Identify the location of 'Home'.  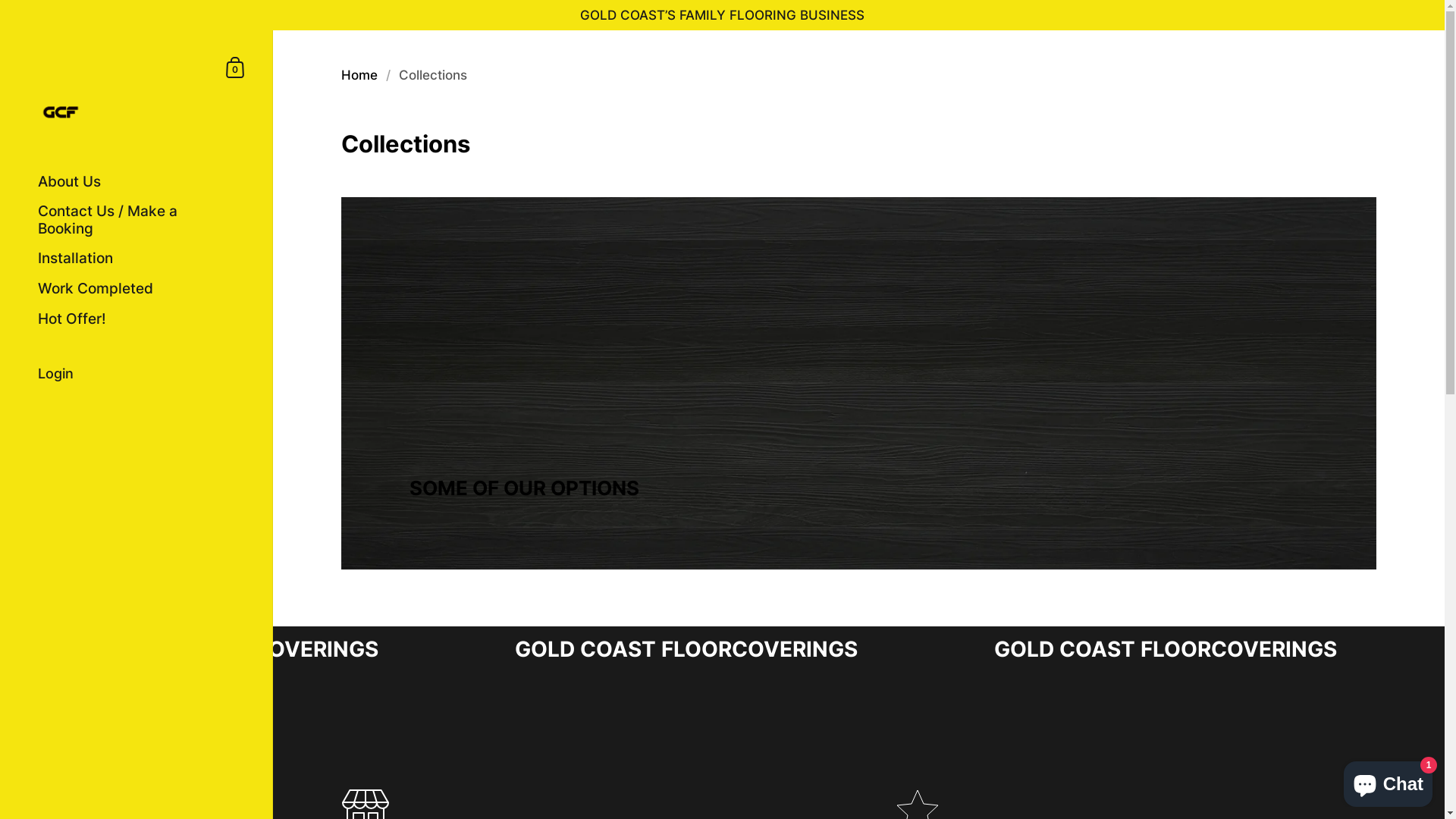
(359, 75).